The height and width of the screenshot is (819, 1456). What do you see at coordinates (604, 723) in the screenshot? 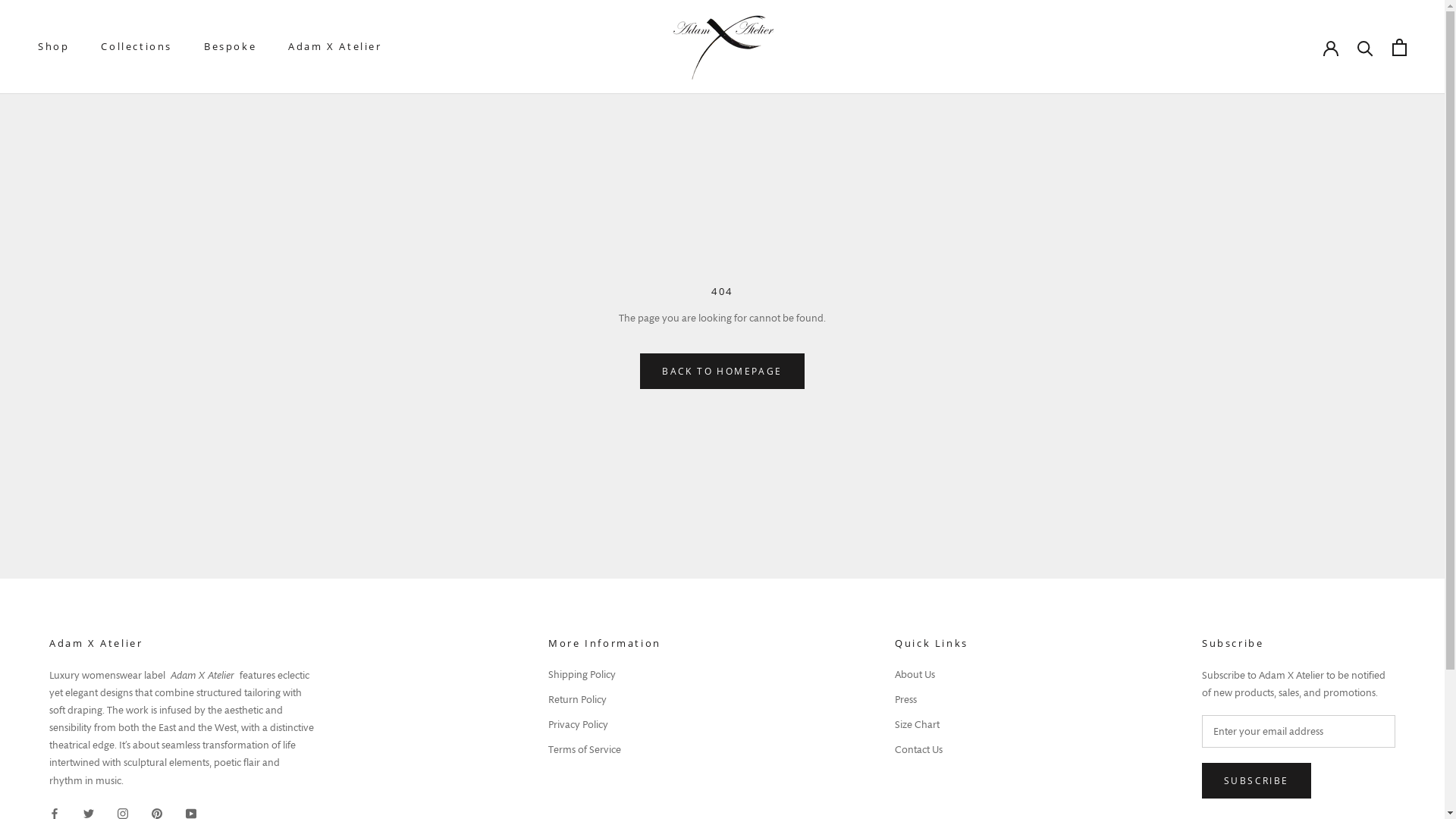
I see `'Privacy Policy'` at bounding box center [604, 723].